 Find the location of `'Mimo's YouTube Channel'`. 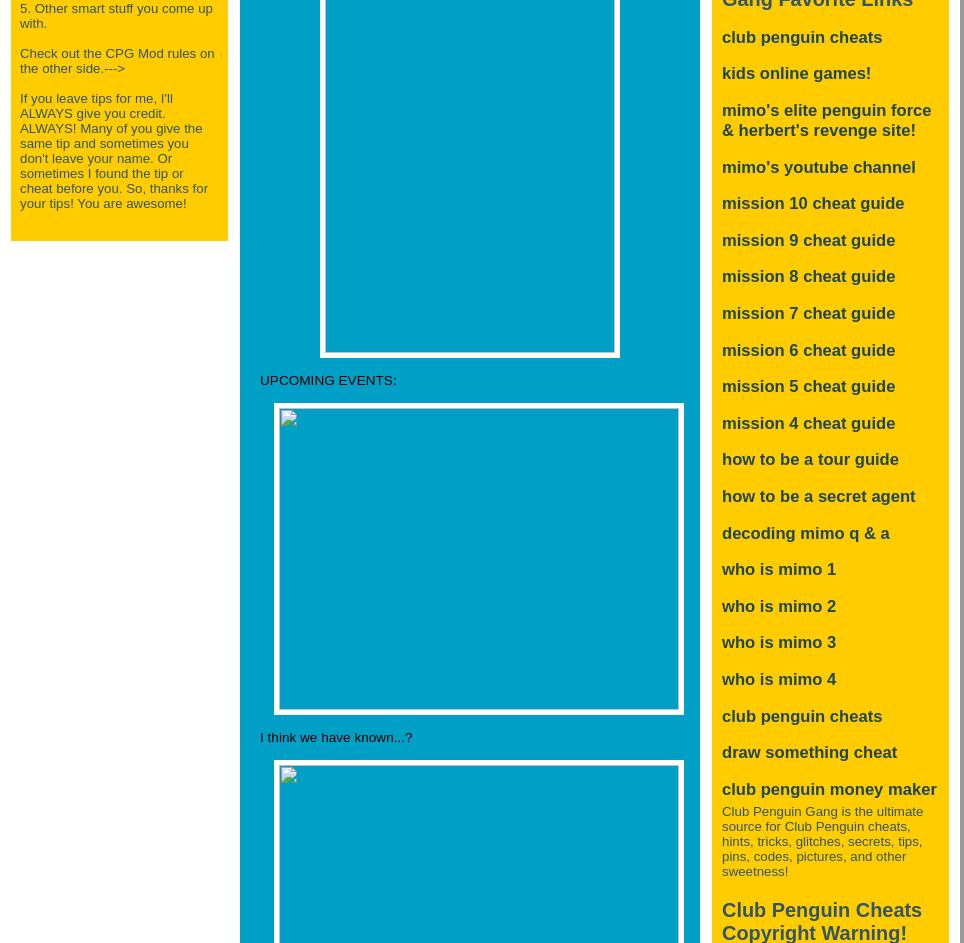

'Mimo's YouTube Channel' is located at coordinates (817, 165).